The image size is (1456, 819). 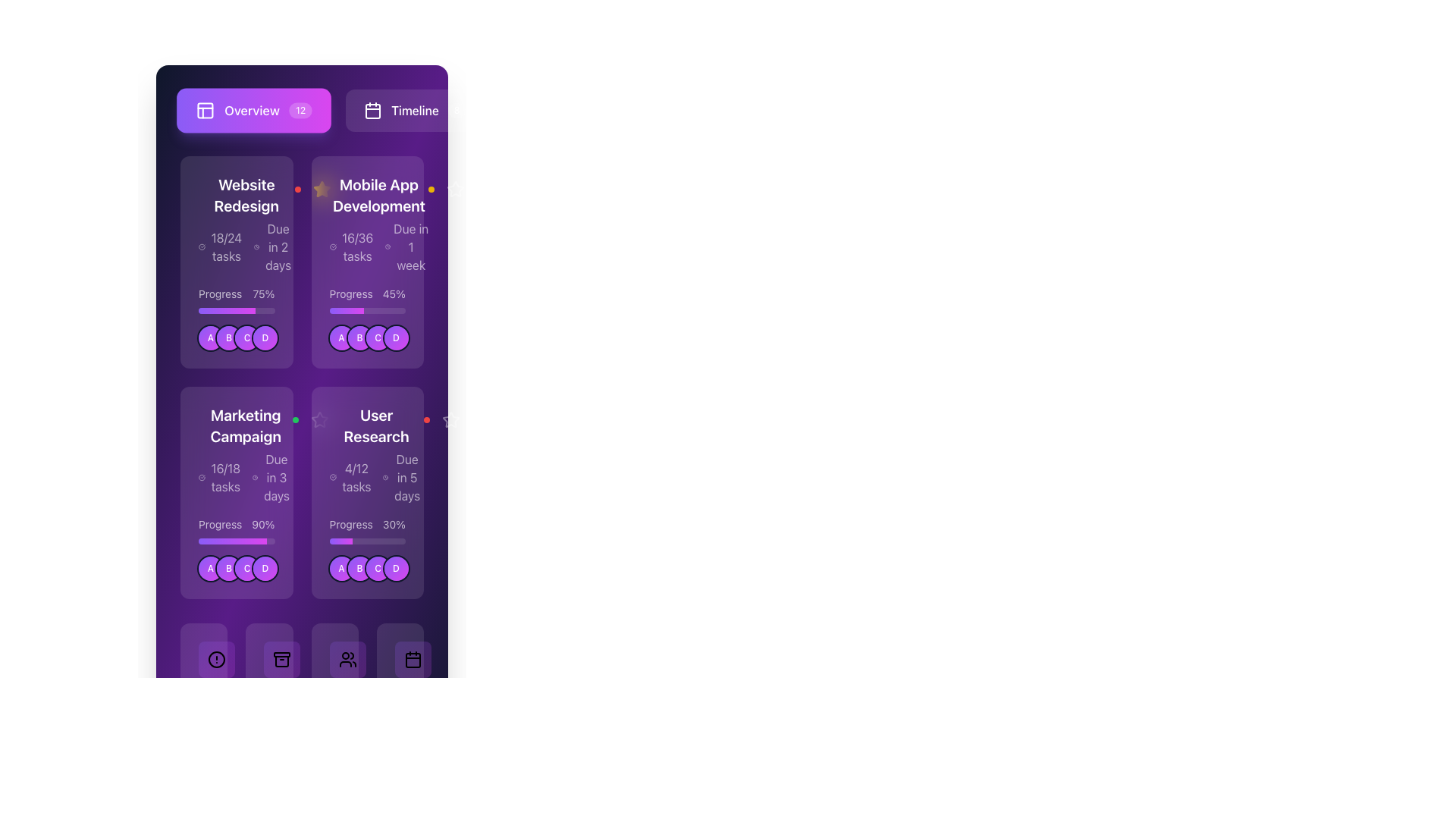 I want to click on the icon button resembling a group of users in the bottom navigation bar, so click(x=347, y=659).